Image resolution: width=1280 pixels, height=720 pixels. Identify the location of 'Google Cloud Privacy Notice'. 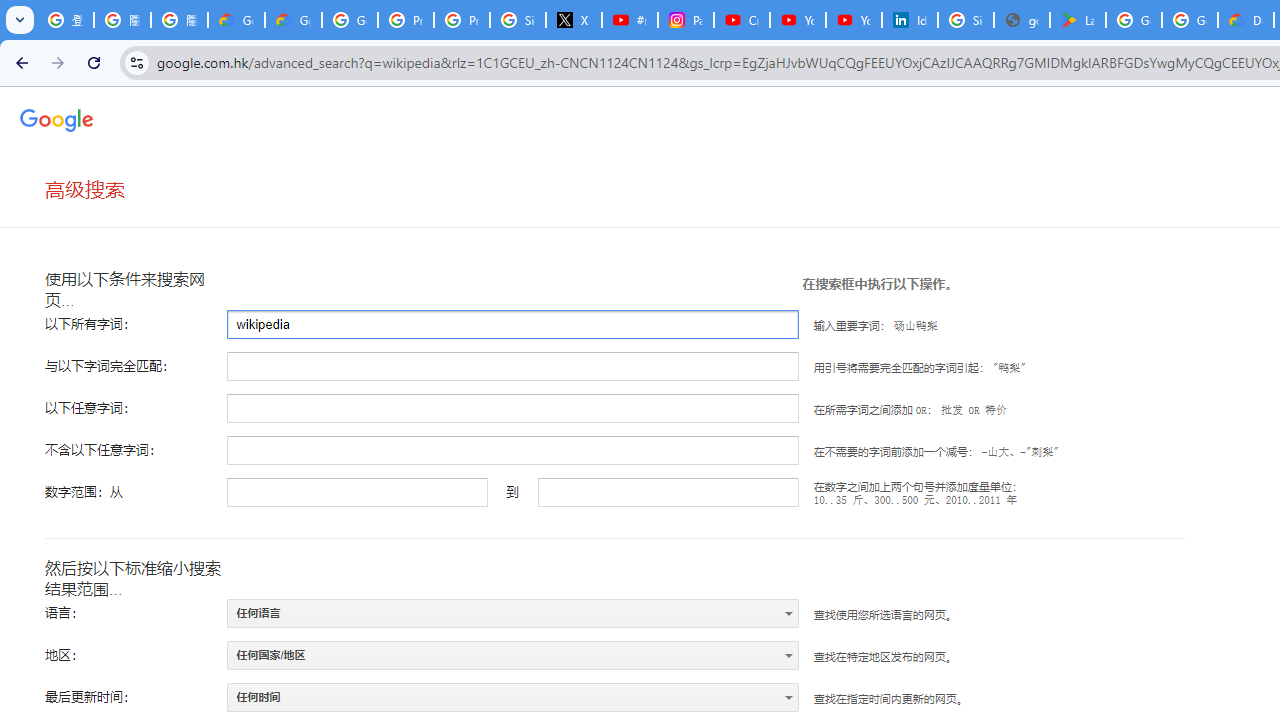
(236, 20).